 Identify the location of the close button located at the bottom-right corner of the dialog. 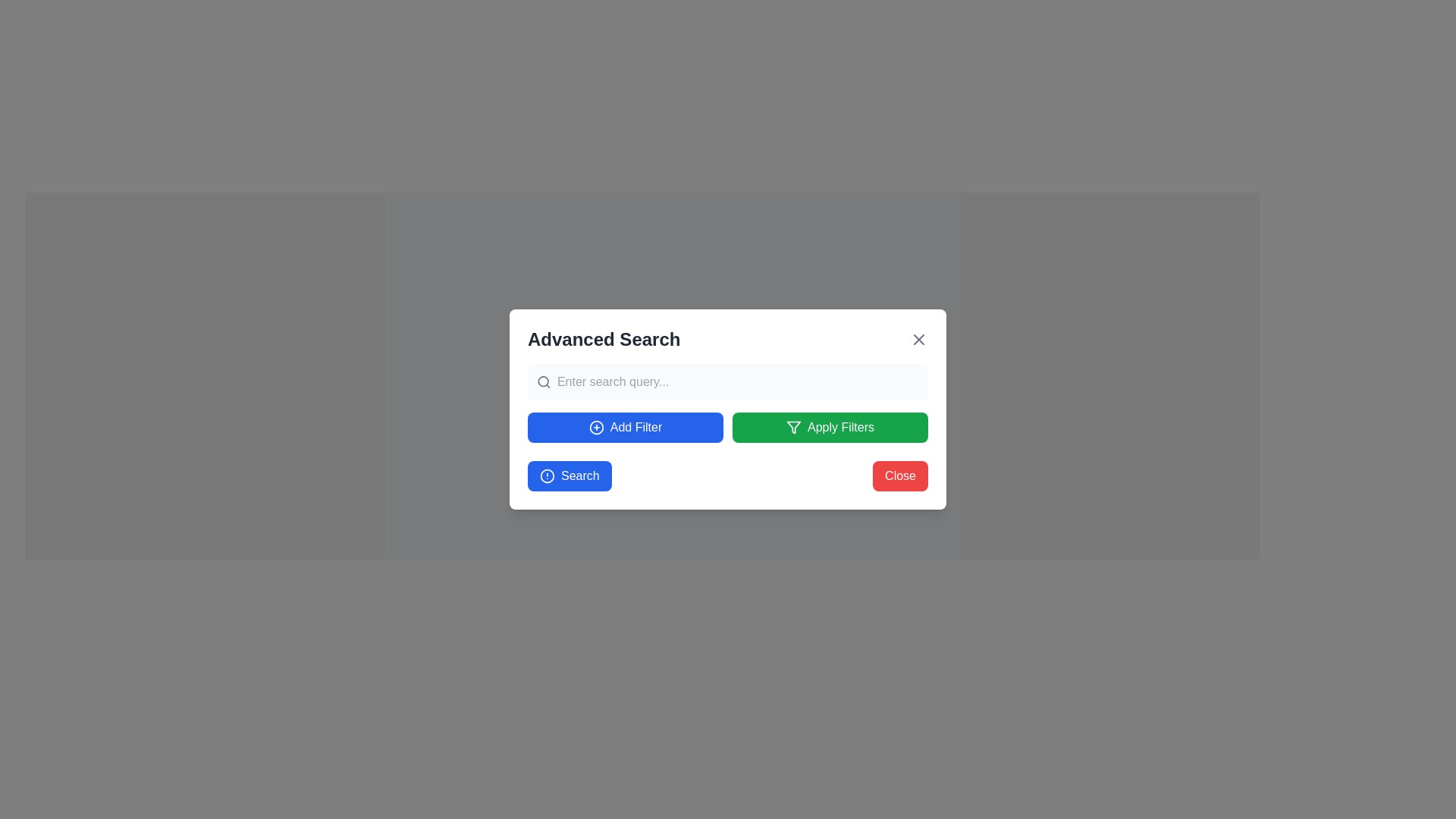
(900, 475).